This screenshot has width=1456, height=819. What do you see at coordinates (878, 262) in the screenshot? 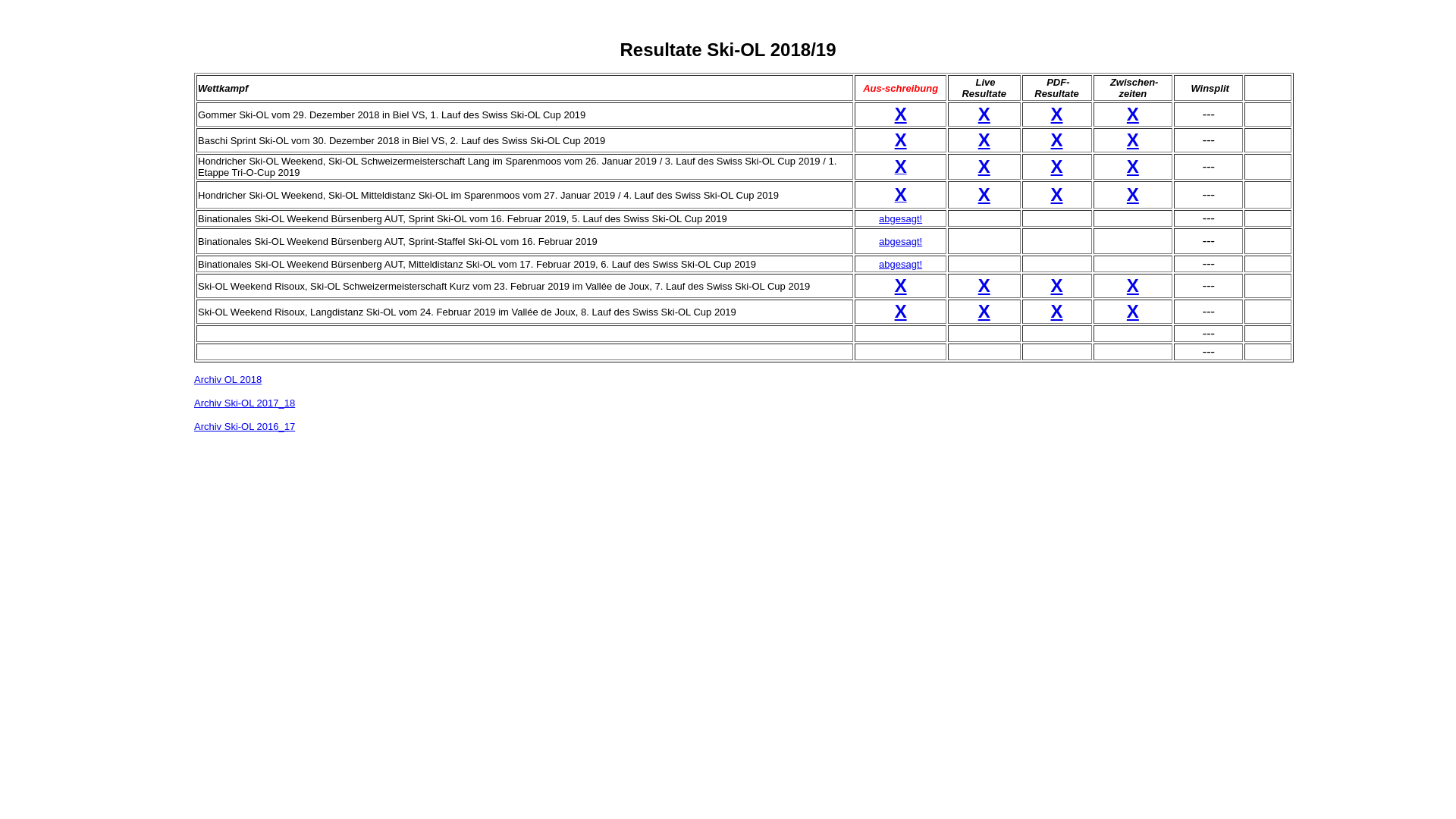
I see `'abgesagt!'` at bounding box center [878, 262].